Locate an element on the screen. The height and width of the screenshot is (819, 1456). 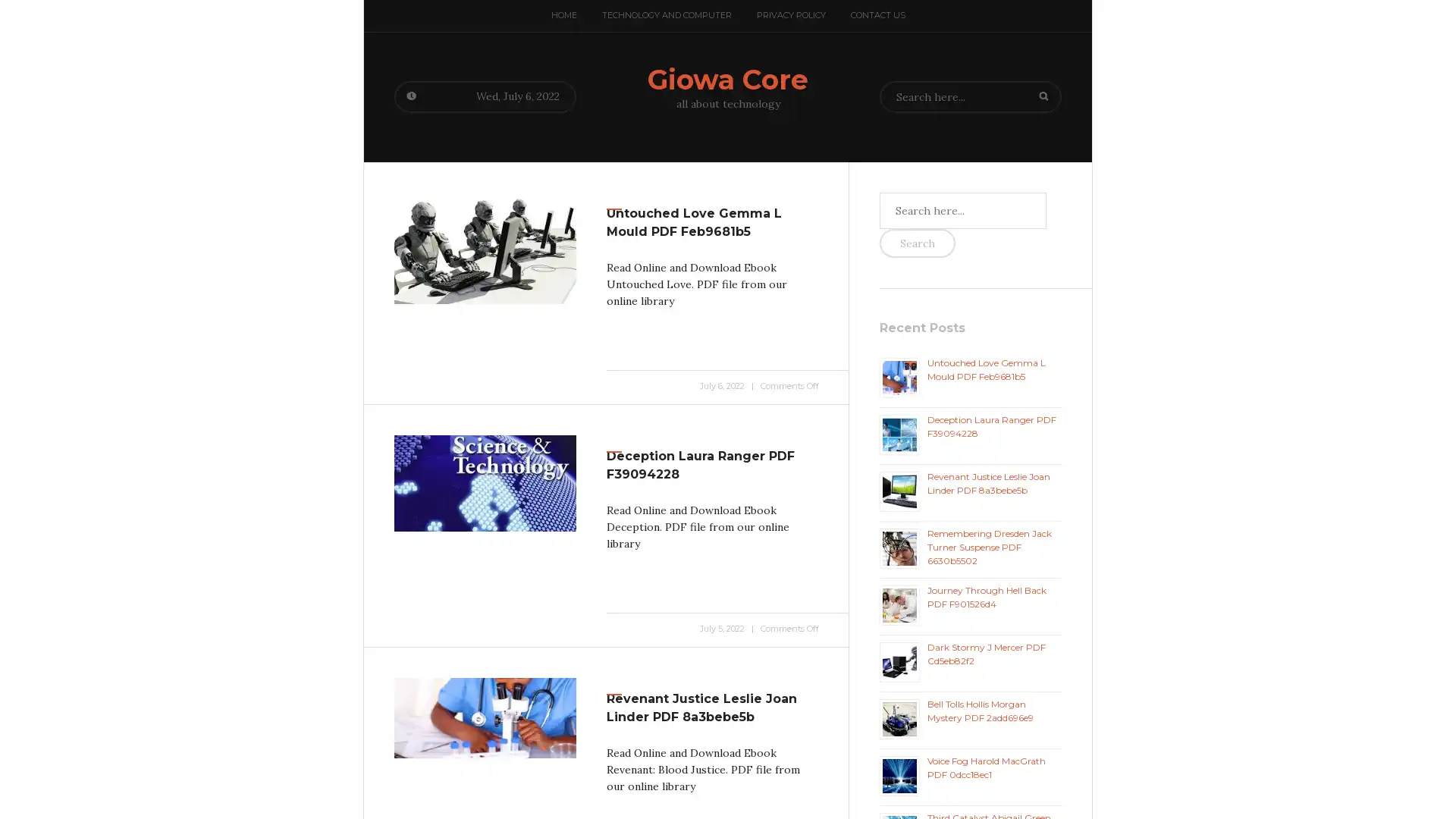
Search is located at coordinates (1030, 96).